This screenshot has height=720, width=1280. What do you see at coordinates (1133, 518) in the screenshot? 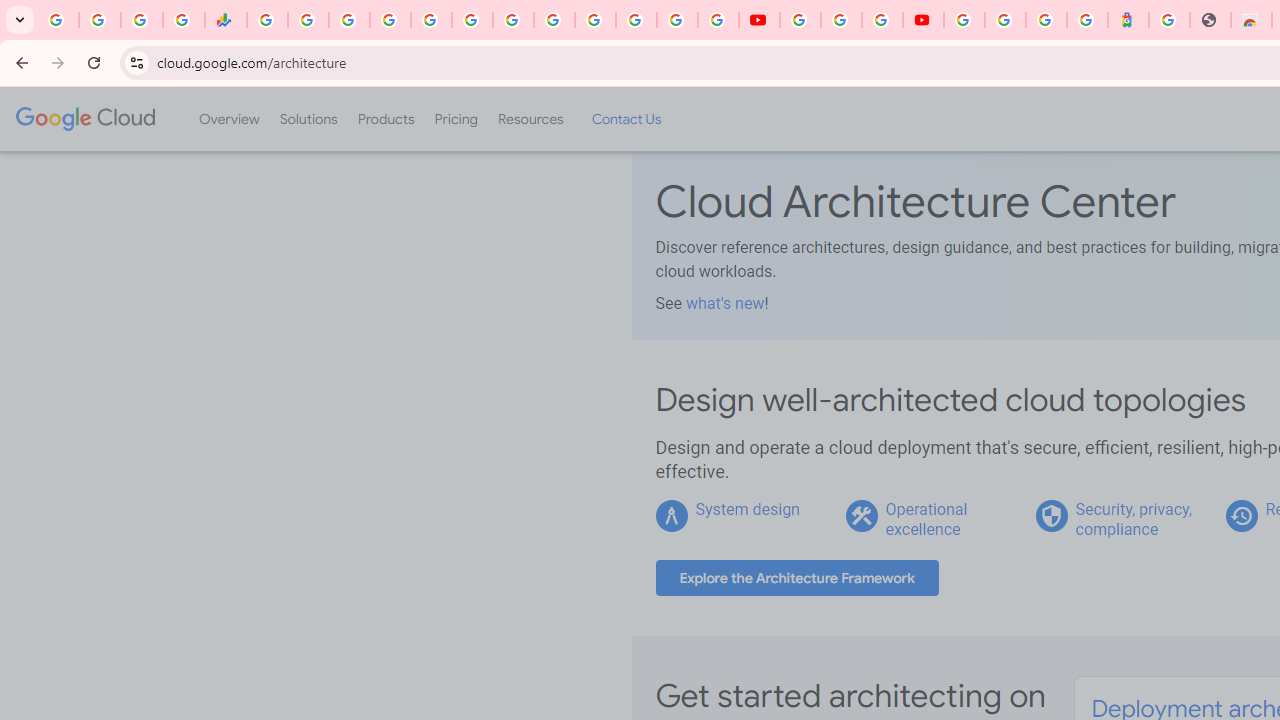
I see `'Security, privacy, compliance'` at bounding box center [1133, 518].